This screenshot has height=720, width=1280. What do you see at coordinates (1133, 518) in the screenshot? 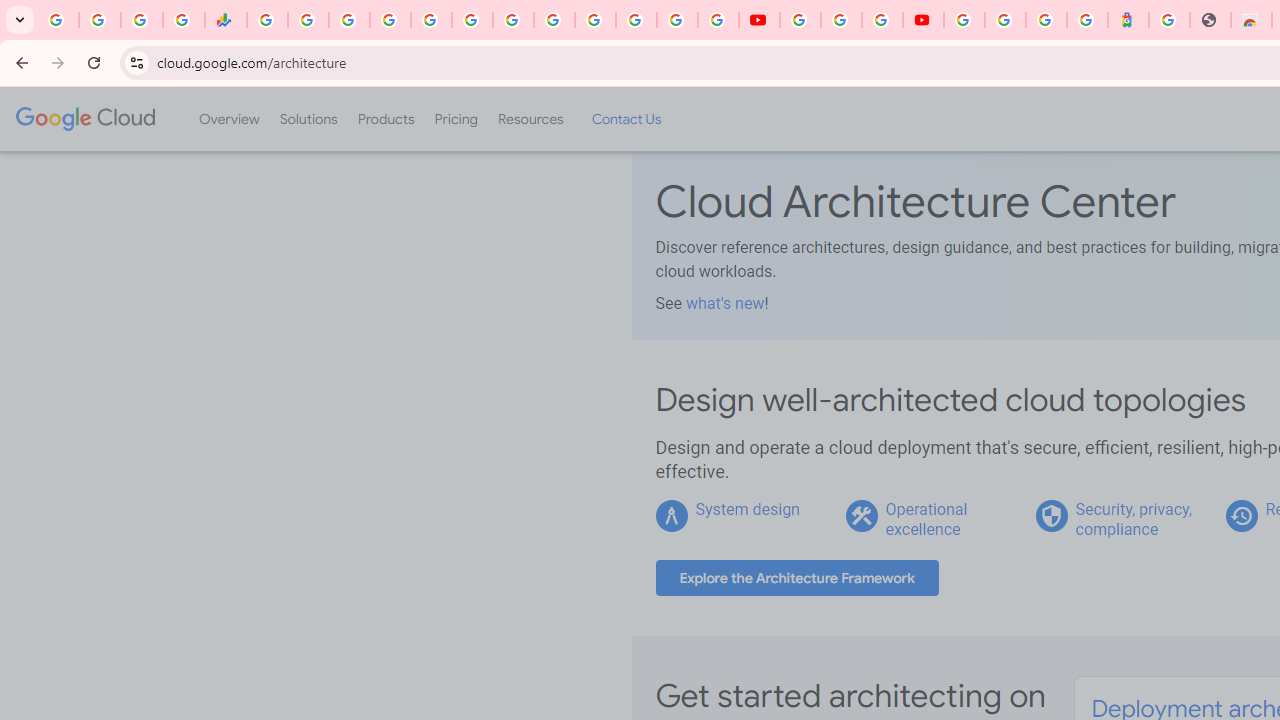
I see `'Security, privacy, compliance'` at bounding box center [1133, 518].